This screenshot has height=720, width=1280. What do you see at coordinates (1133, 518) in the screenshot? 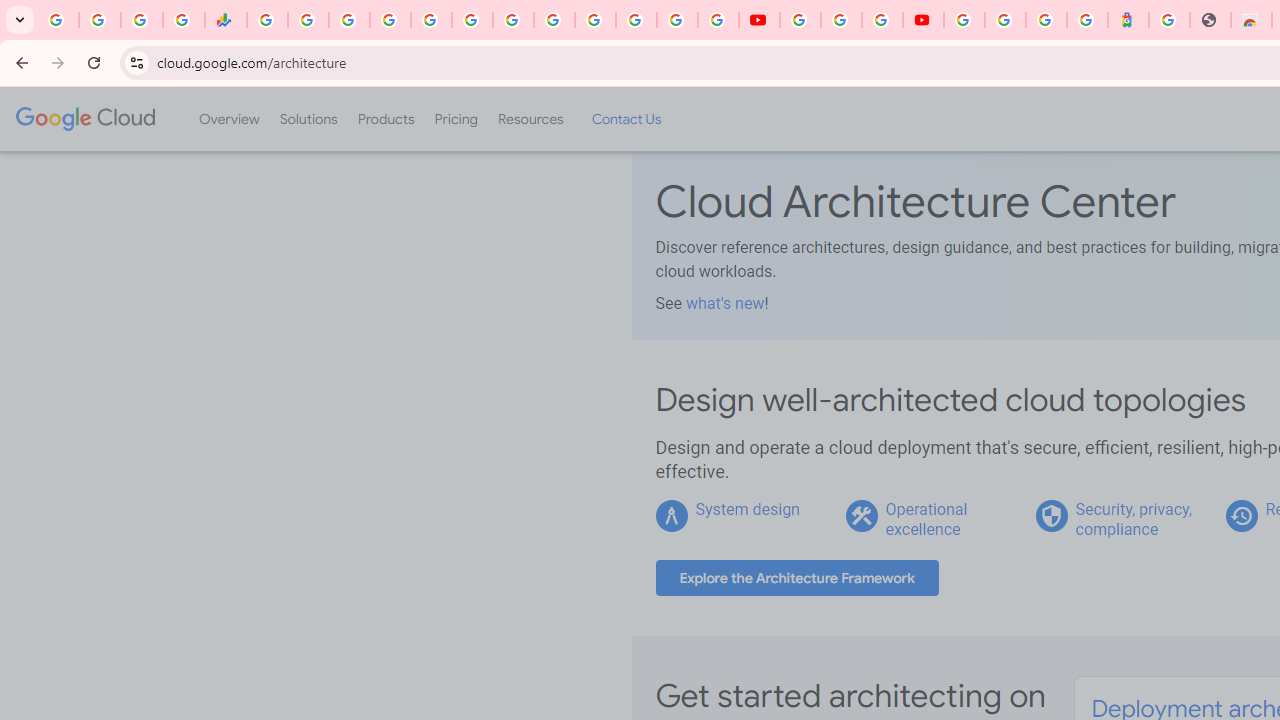
I see `'Security, privacy, compliance'` at bounding box center [1133, 518].